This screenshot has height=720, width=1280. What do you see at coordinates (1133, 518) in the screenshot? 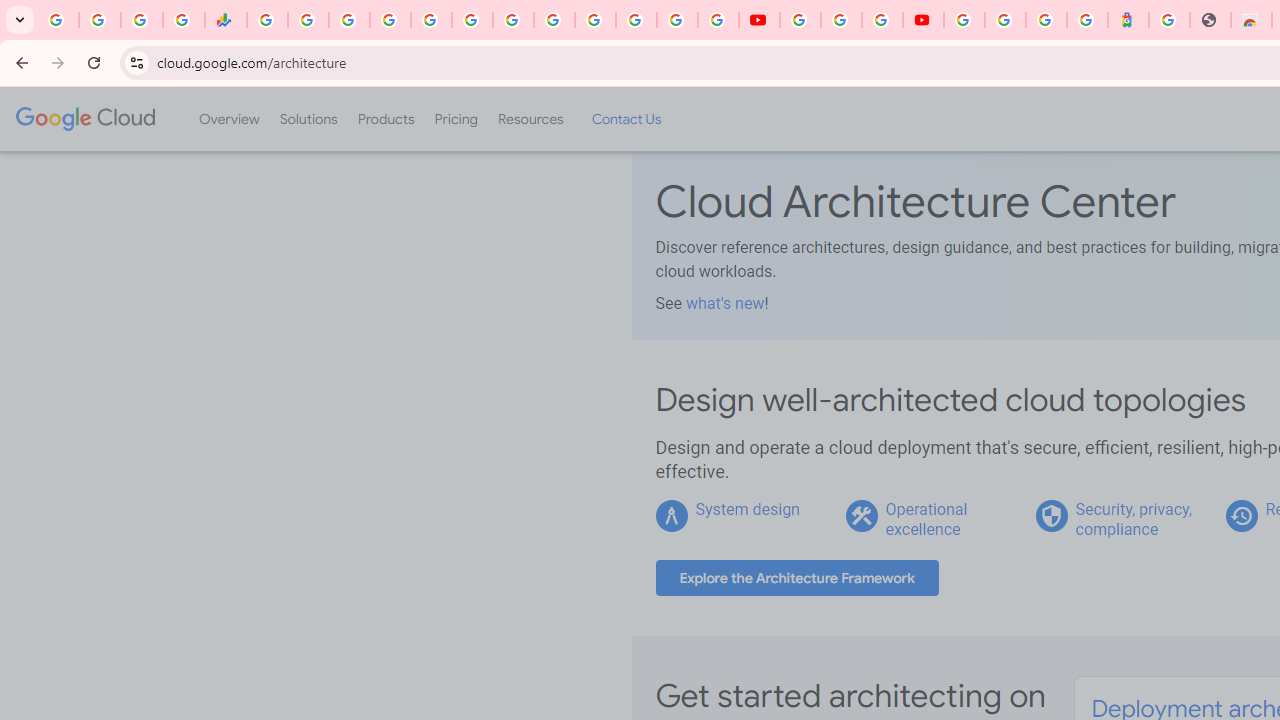
I see `'Security, privacy, compliance'` at bounding box center [1133, 518].